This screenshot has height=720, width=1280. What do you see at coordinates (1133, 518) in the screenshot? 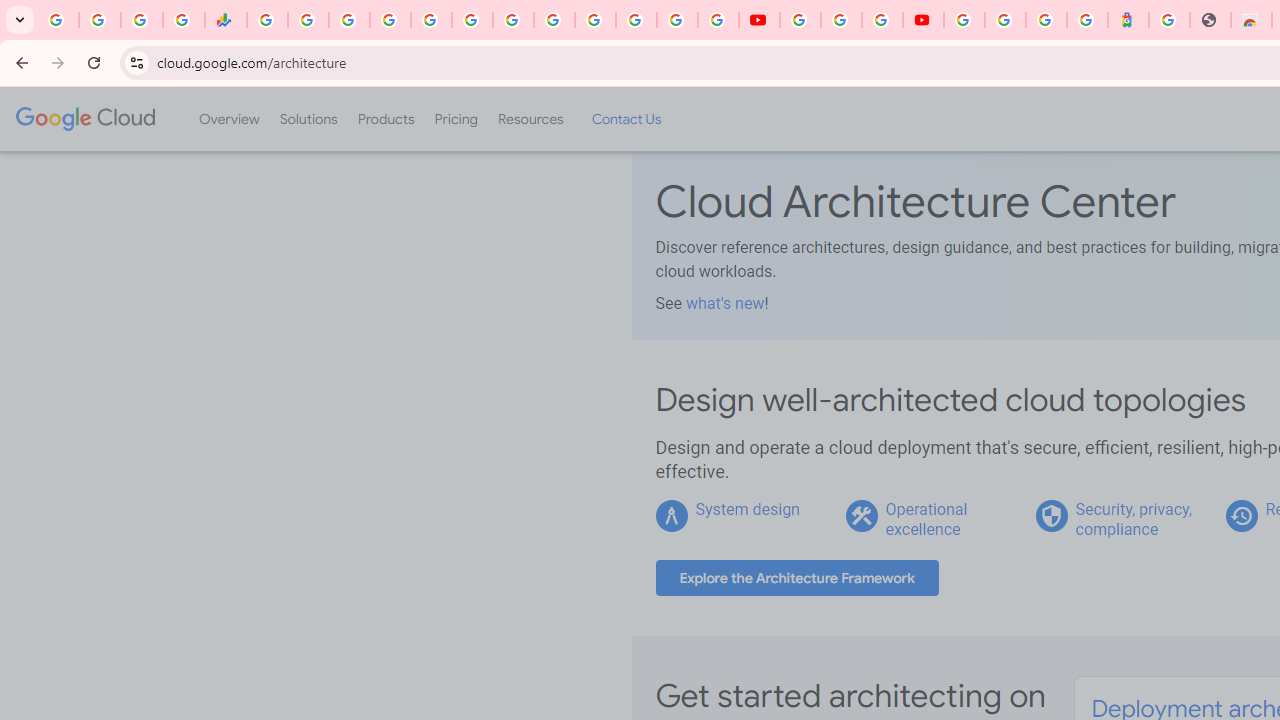
I see `'Security, privacy, compliance'` at bounding box center [1133, 518].